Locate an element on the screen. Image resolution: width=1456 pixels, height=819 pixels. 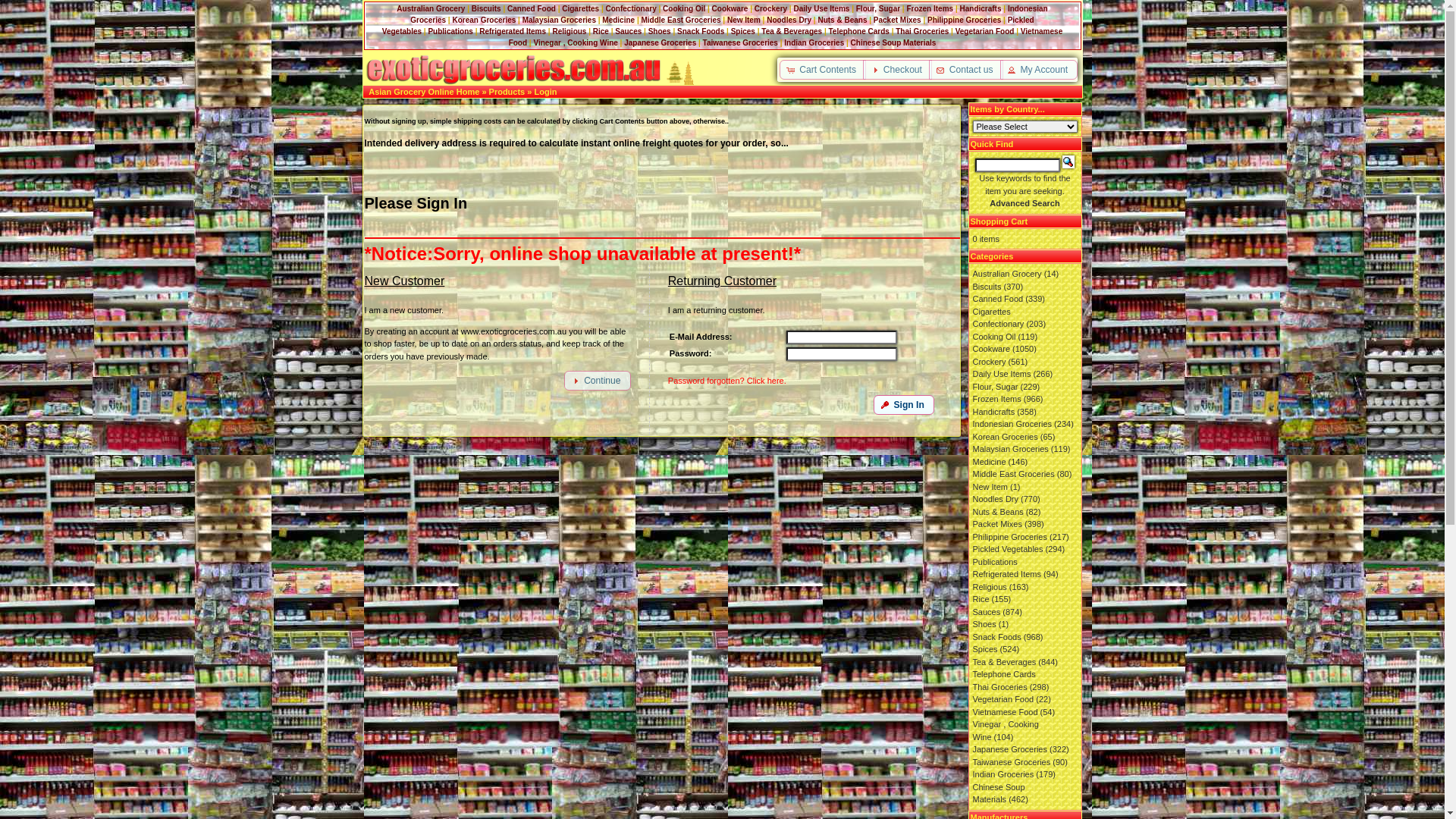
'Crockery' is located at coordinates (754, 8).